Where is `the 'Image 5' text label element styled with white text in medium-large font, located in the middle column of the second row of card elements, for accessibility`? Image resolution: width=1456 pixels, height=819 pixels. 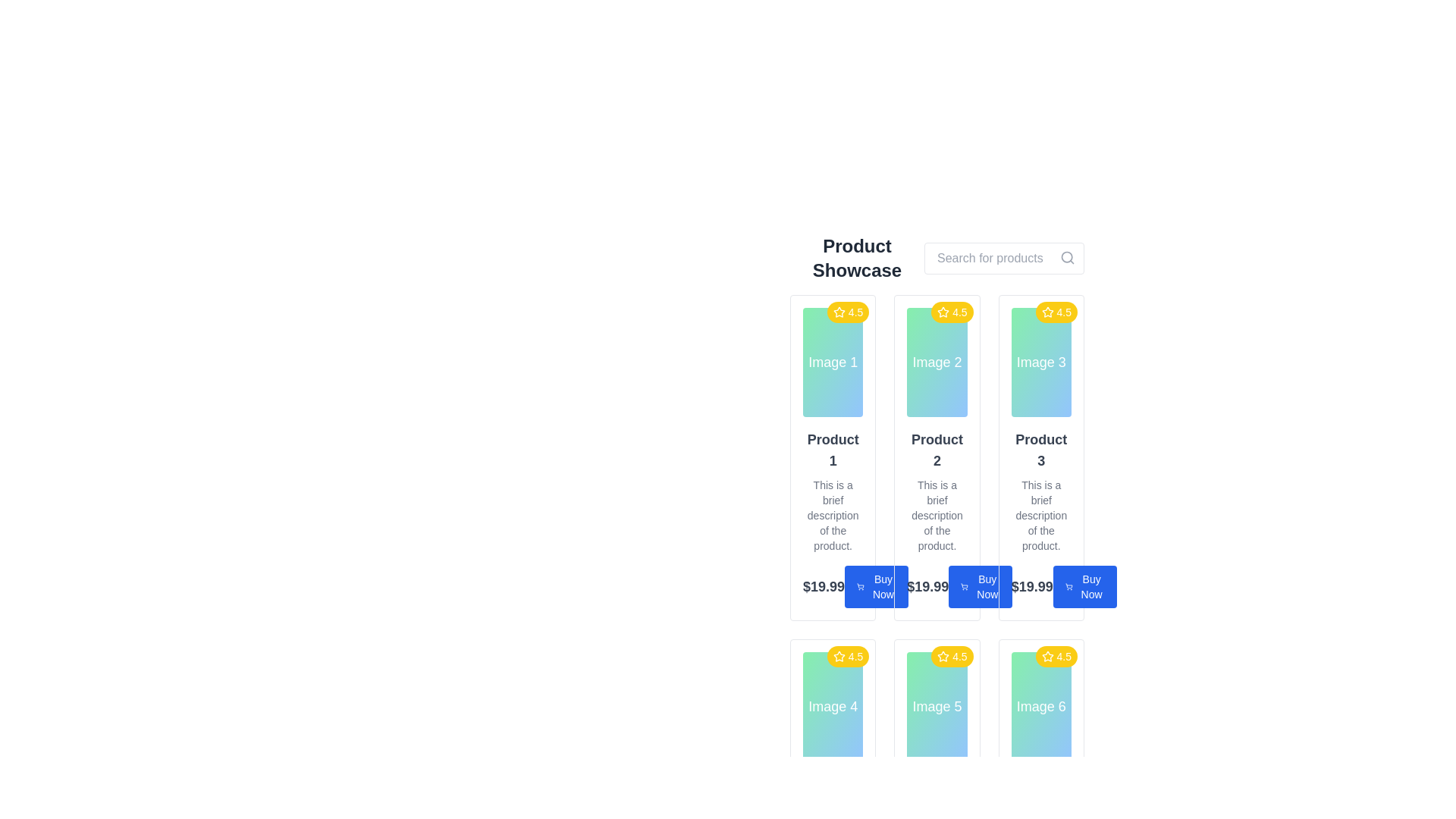 the 'Image 5' text label element styled with white text in medium-large font, located in the middle column of the second row of card elements, for accessibility is located at coordinates (936, 707).